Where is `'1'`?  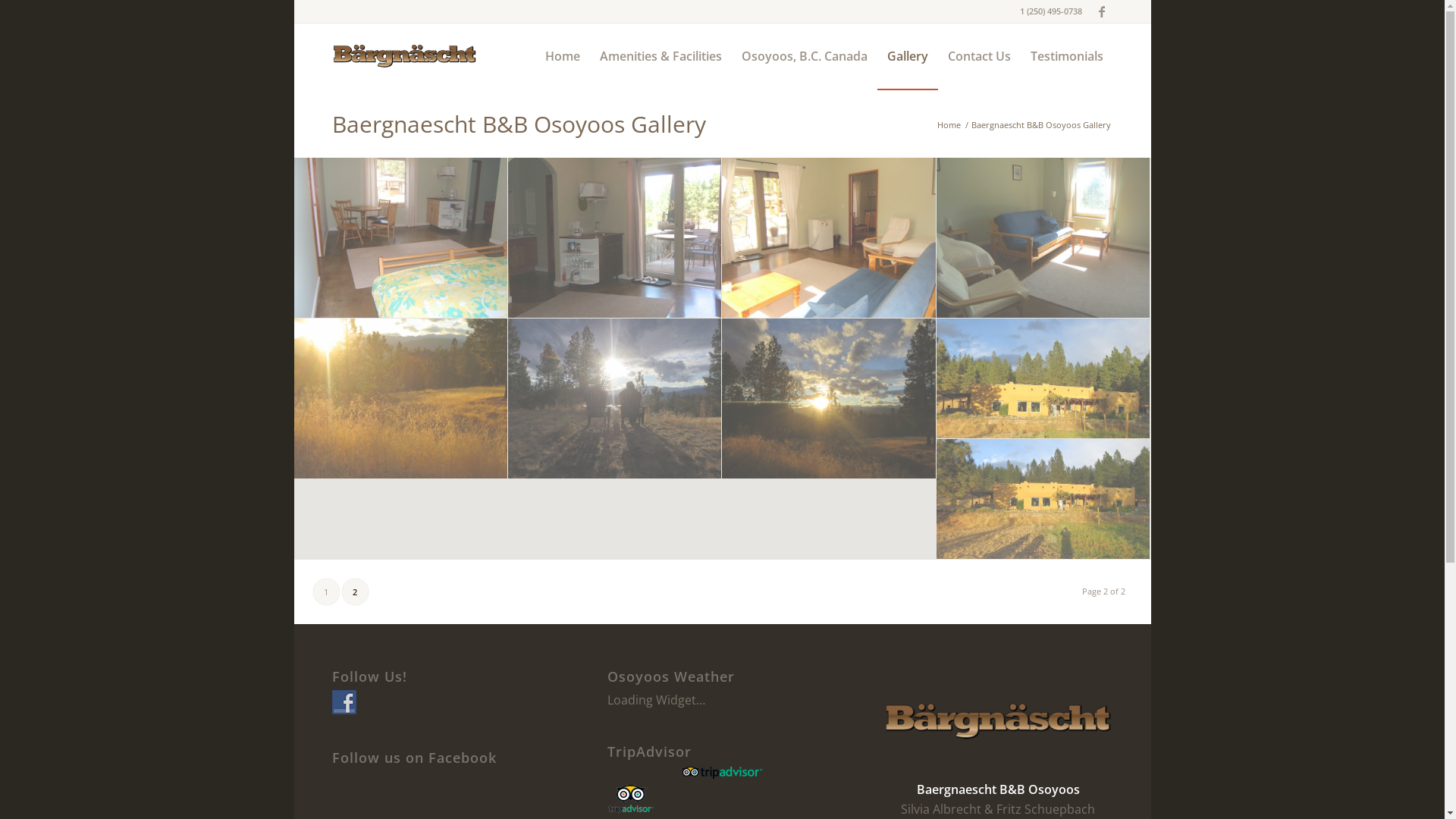 '1' is located at coordinates (325, 591).